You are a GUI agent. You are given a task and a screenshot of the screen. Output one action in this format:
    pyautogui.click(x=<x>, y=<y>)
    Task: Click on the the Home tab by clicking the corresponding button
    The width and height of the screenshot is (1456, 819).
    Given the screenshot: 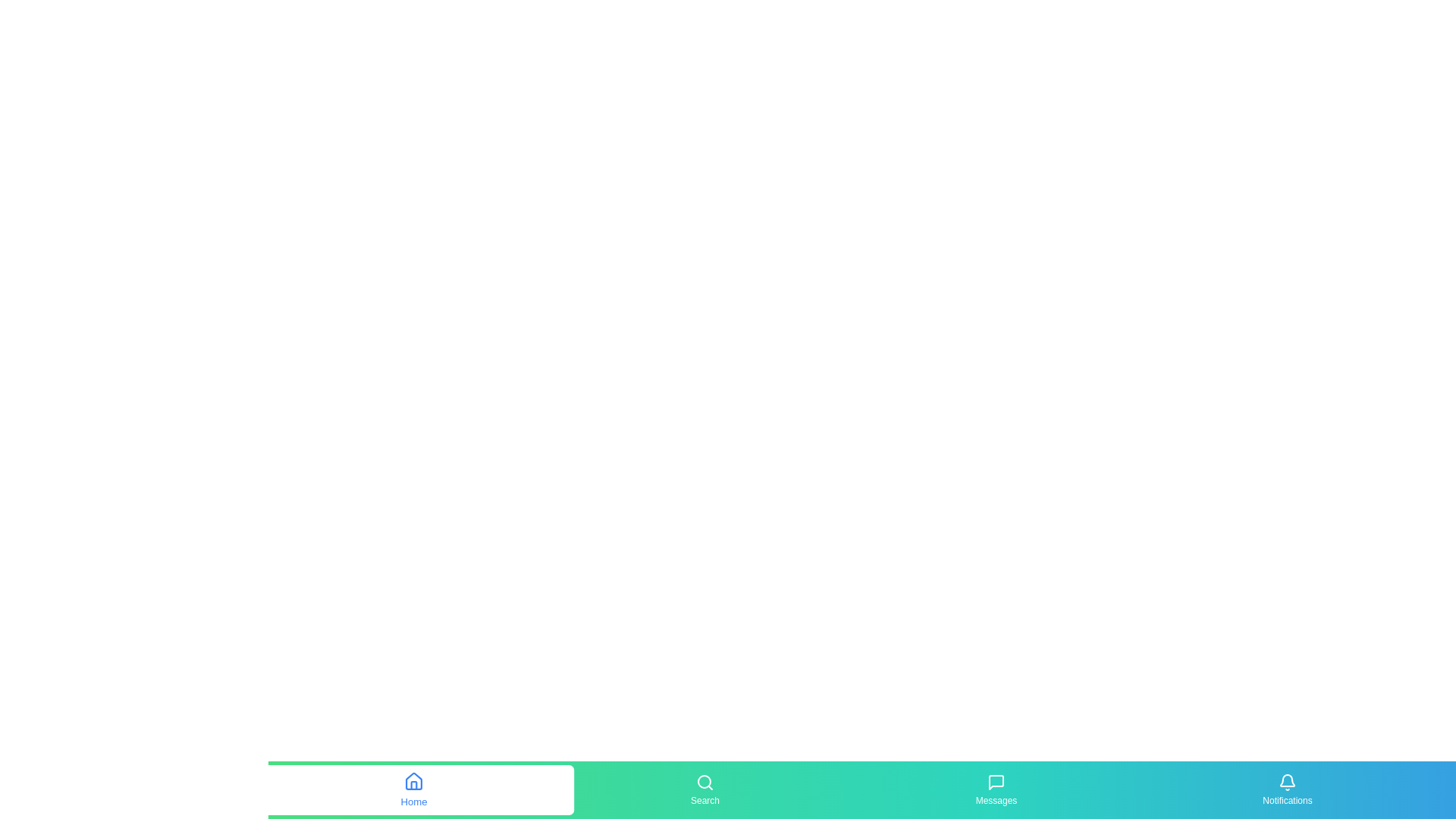 What is the action you would take?
    pyautogui.click(x=414, y=789)
    